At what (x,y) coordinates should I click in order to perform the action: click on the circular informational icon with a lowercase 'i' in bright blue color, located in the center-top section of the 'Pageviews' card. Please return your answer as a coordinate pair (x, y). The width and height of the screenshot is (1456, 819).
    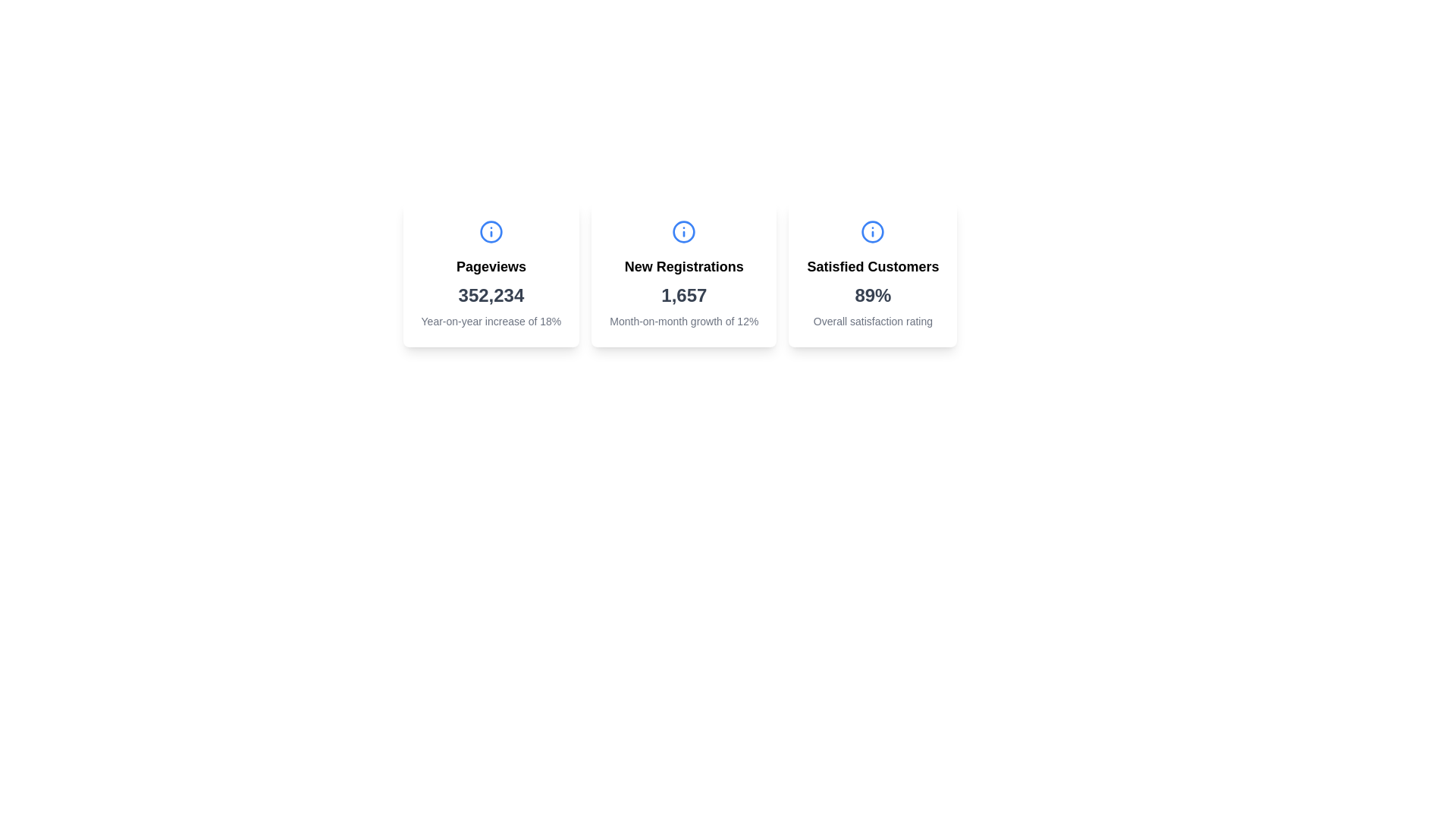
    Looking at the image, I should click on (491, 231).